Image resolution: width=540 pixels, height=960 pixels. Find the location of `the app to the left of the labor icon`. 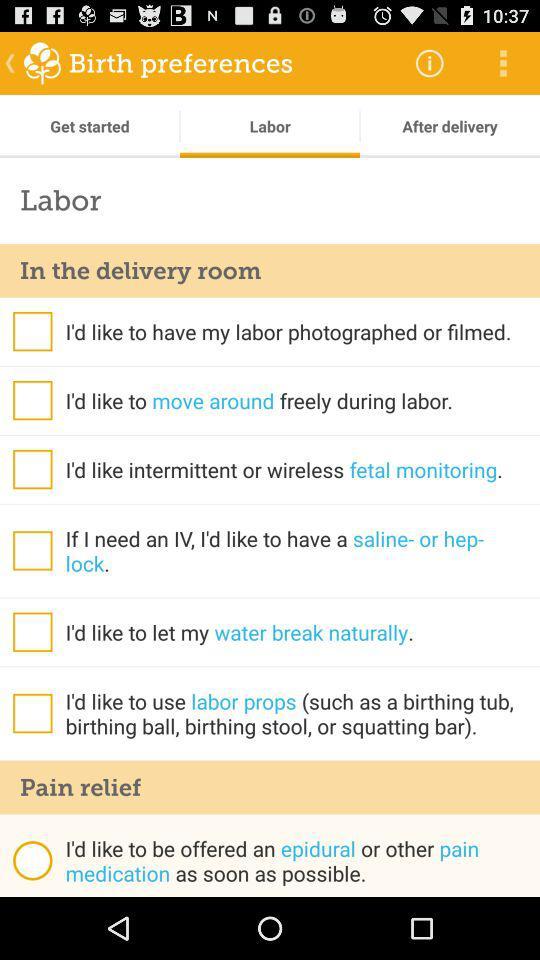

the app to the left of the labor icon is located at coordinates (89, 125).